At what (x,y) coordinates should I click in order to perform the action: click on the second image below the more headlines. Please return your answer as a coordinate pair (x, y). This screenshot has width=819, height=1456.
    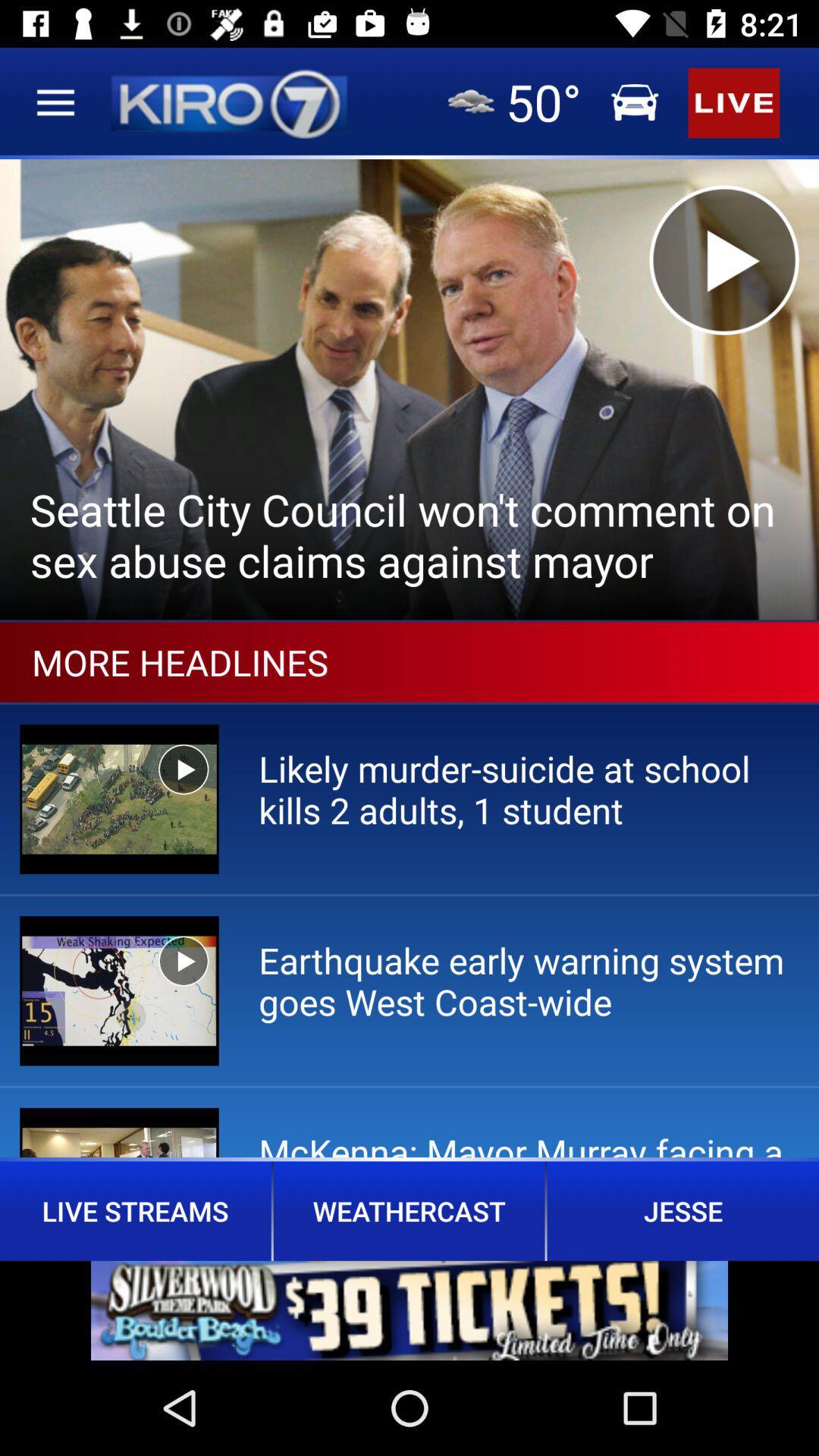
    Looking at the image, I should click on (118, 990).